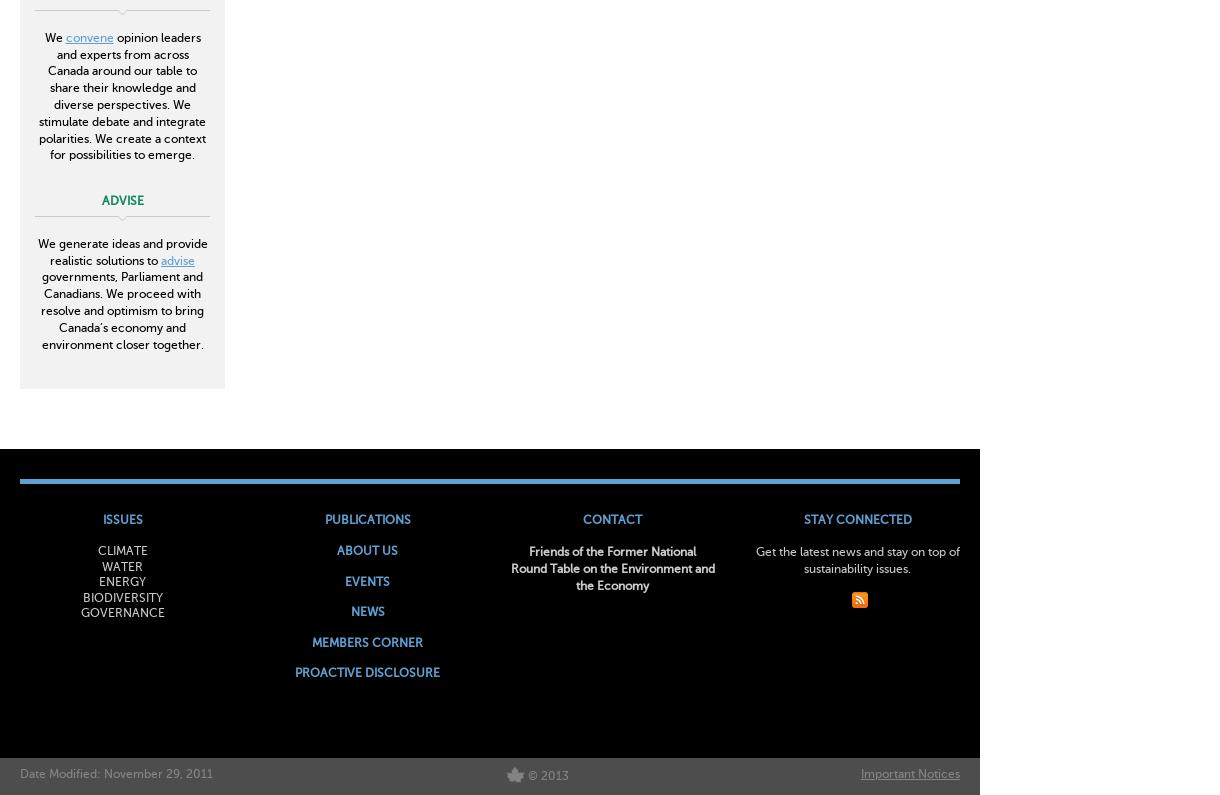 The height and width of the screenshot is (795, 1220). What do you see at coordinates (122, 581) in the screenshot?
I see `'ENERGY'` at bounding box center [122, 581].